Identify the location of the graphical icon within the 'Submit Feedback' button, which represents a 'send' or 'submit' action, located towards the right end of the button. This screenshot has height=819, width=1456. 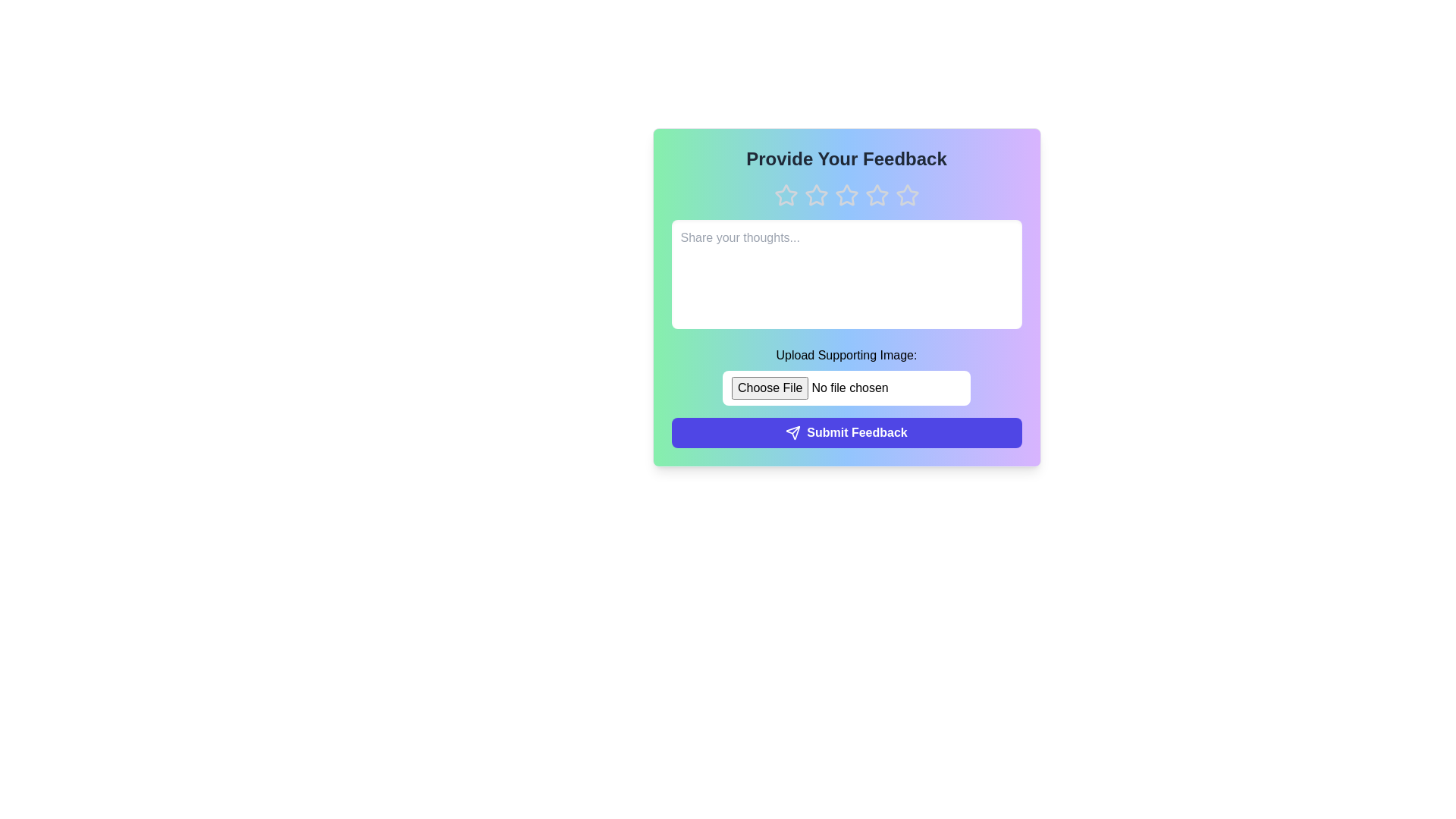
(792, 432).